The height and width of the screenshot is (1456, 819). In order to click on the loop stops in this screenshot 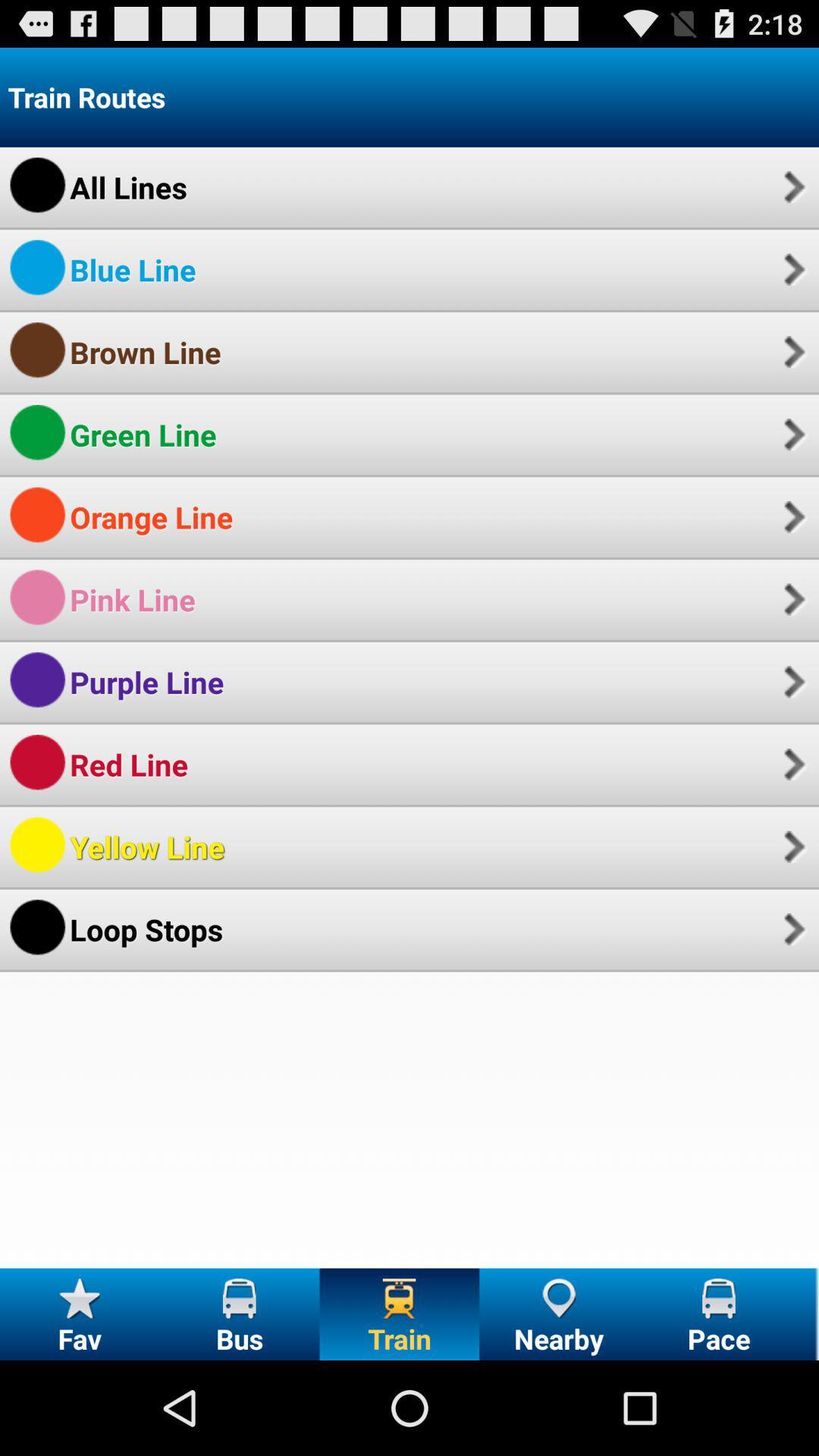, I will do `click(146, 928)`.